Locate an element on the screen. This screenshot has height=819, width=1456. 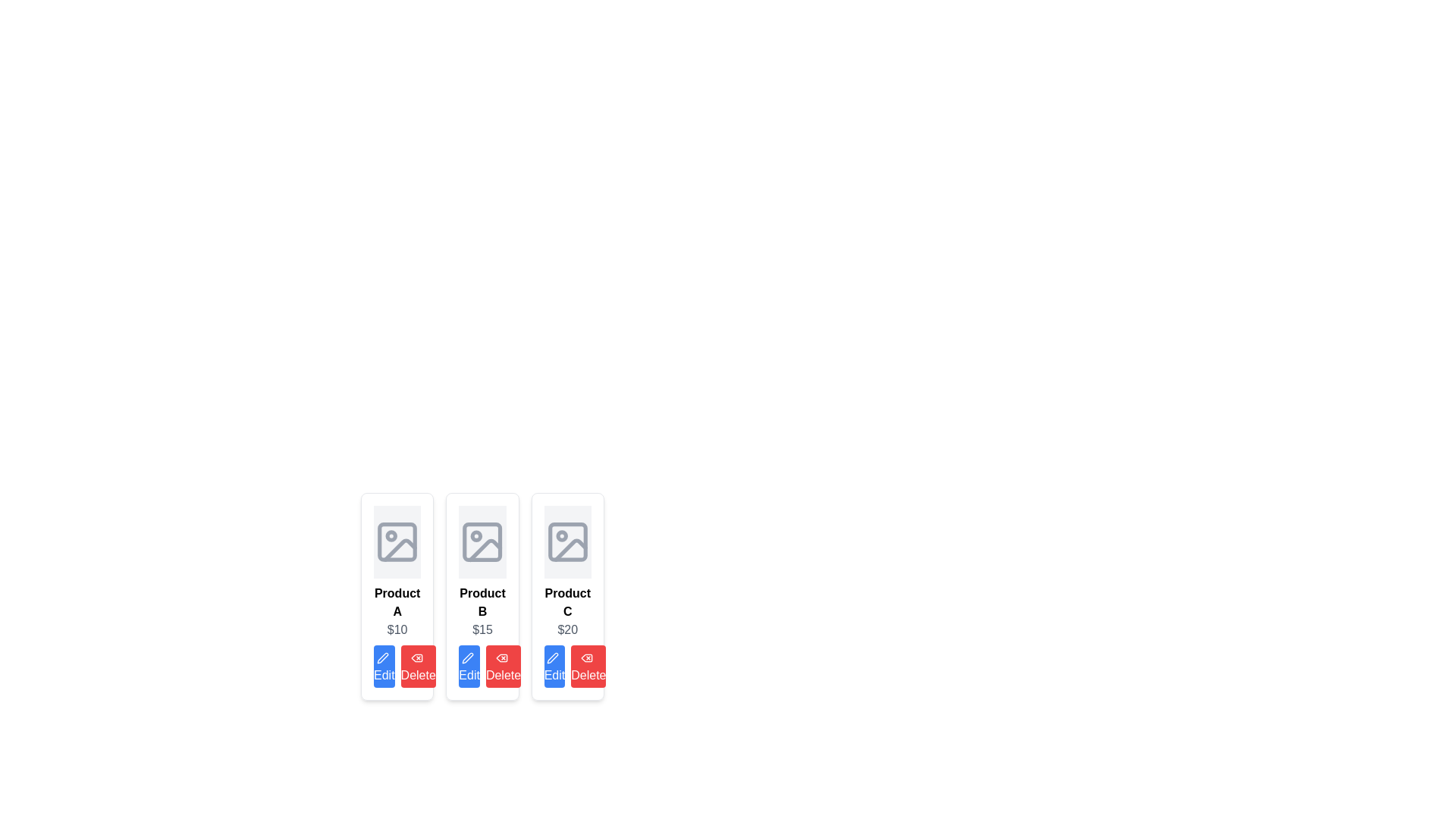
the Decorative Icon element, which is a small circular shape located in the upper left quadrant of an image placeholder is located at coordinates (391, 535).